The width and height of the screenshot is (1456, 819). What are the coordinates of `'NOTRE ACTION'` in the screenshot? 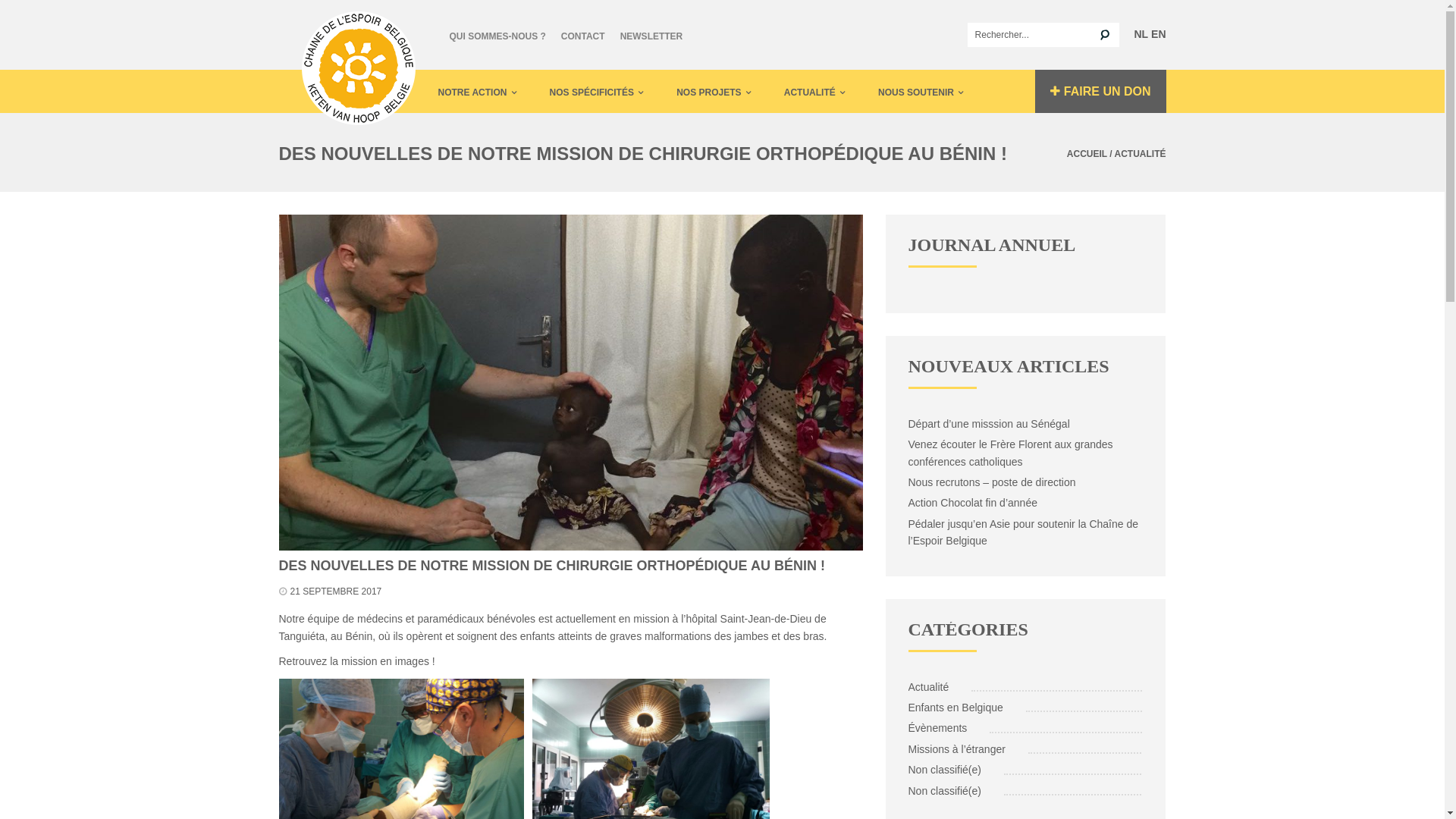 It's located at (437, 90).